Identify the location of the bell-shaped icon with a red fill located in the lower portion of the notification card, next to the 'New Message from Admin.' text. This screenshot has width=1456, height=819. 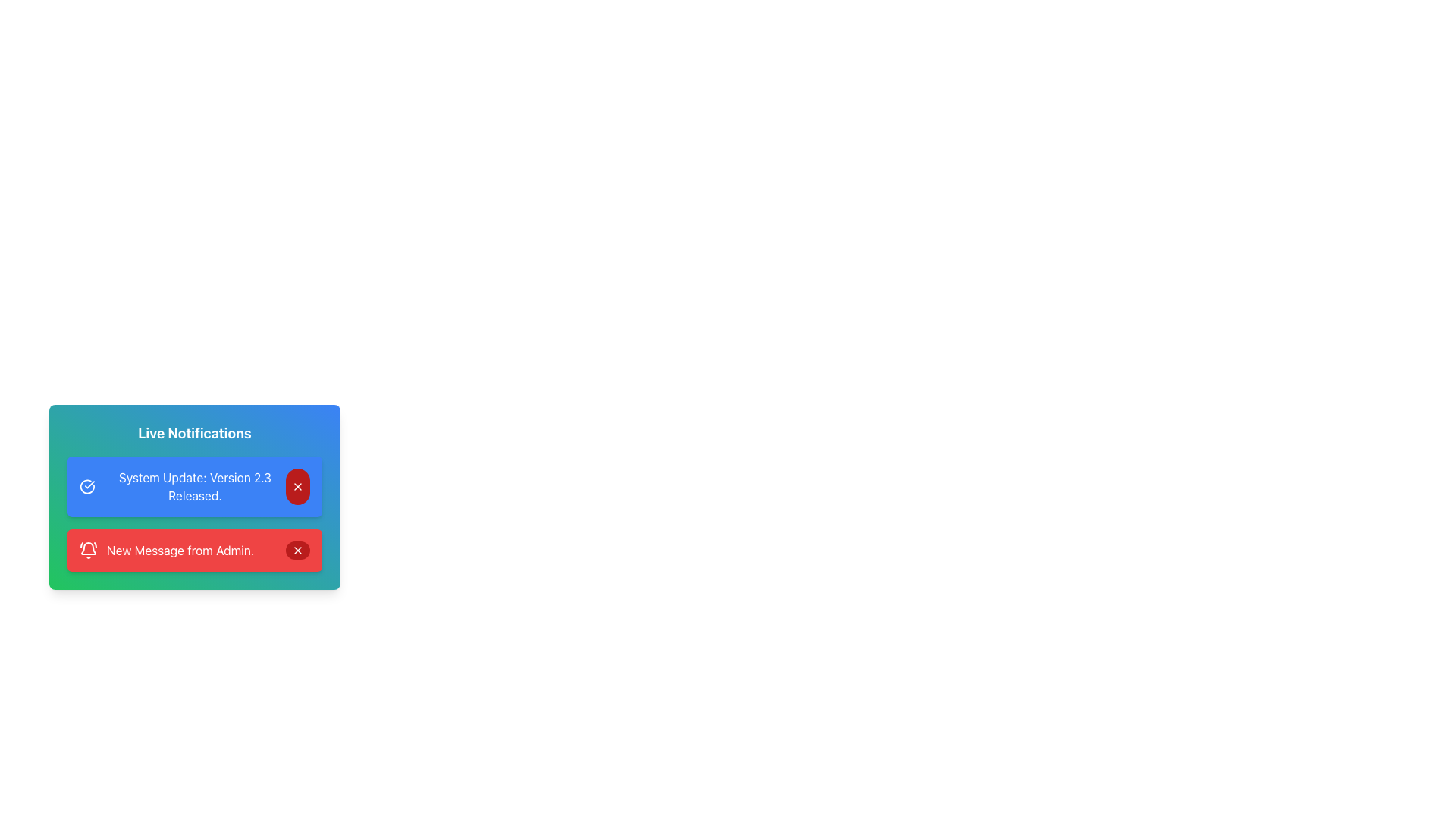
(87, 548).